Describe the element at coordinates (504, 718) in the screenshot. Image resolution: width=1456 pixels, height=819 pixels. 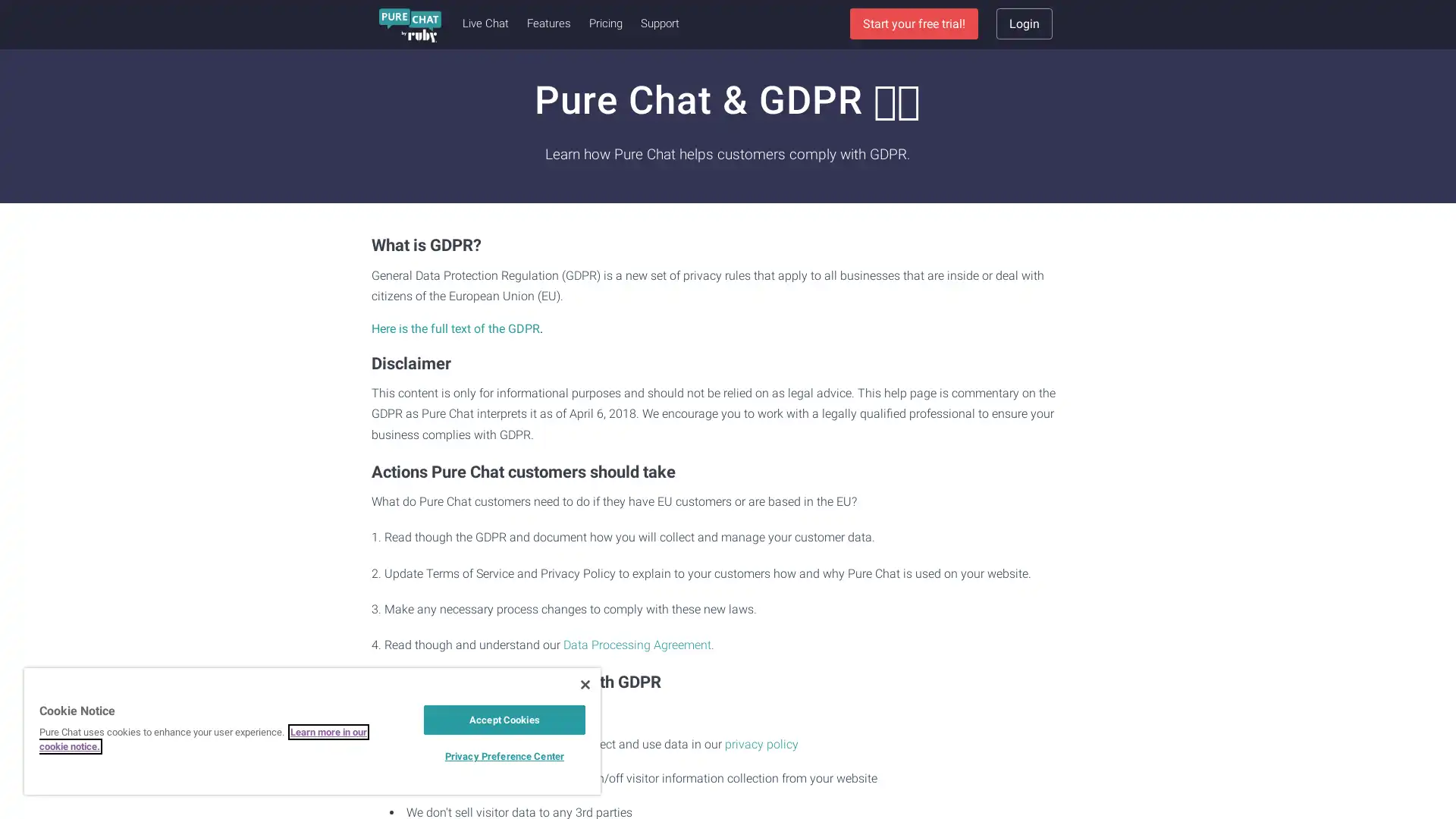
I see `Accept Cookies` at that location.